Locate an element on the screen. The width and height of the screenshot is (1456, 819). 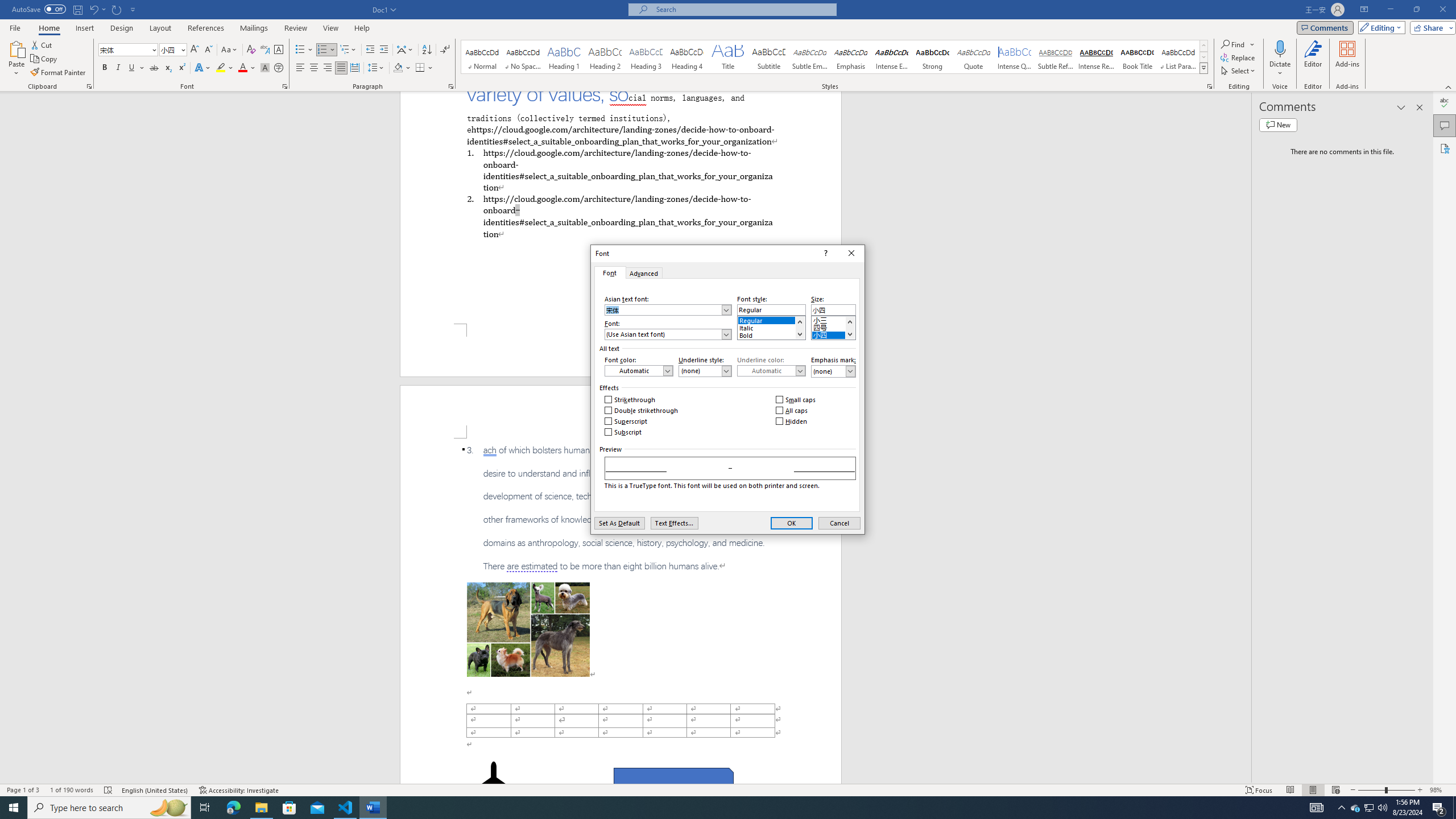
'Review' is located at coordinates (295, 28).